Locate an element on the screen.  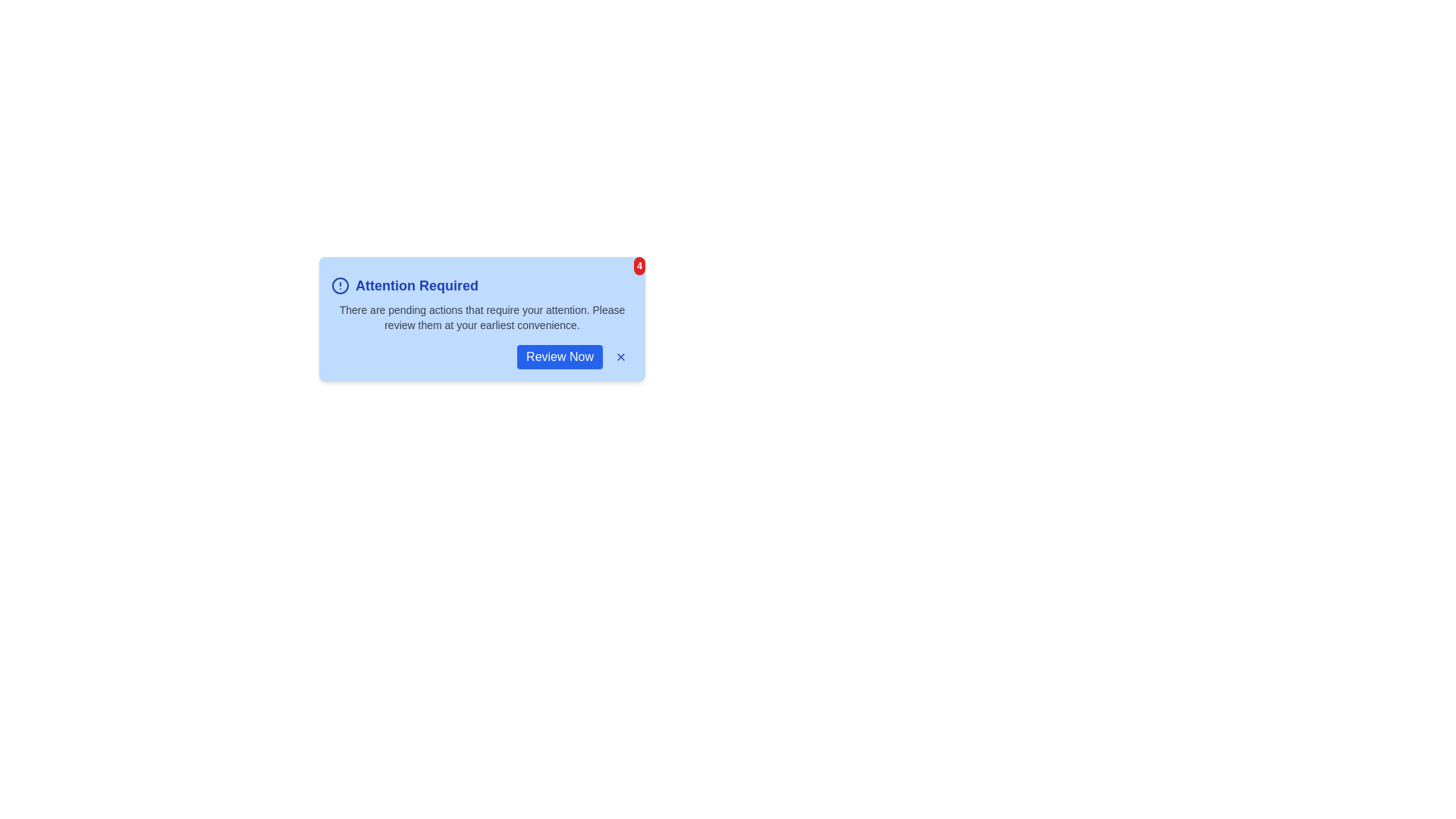
the cross or 'X' icon located at the bottom-right corner of the notification interface is located at coordinates (621, 356).